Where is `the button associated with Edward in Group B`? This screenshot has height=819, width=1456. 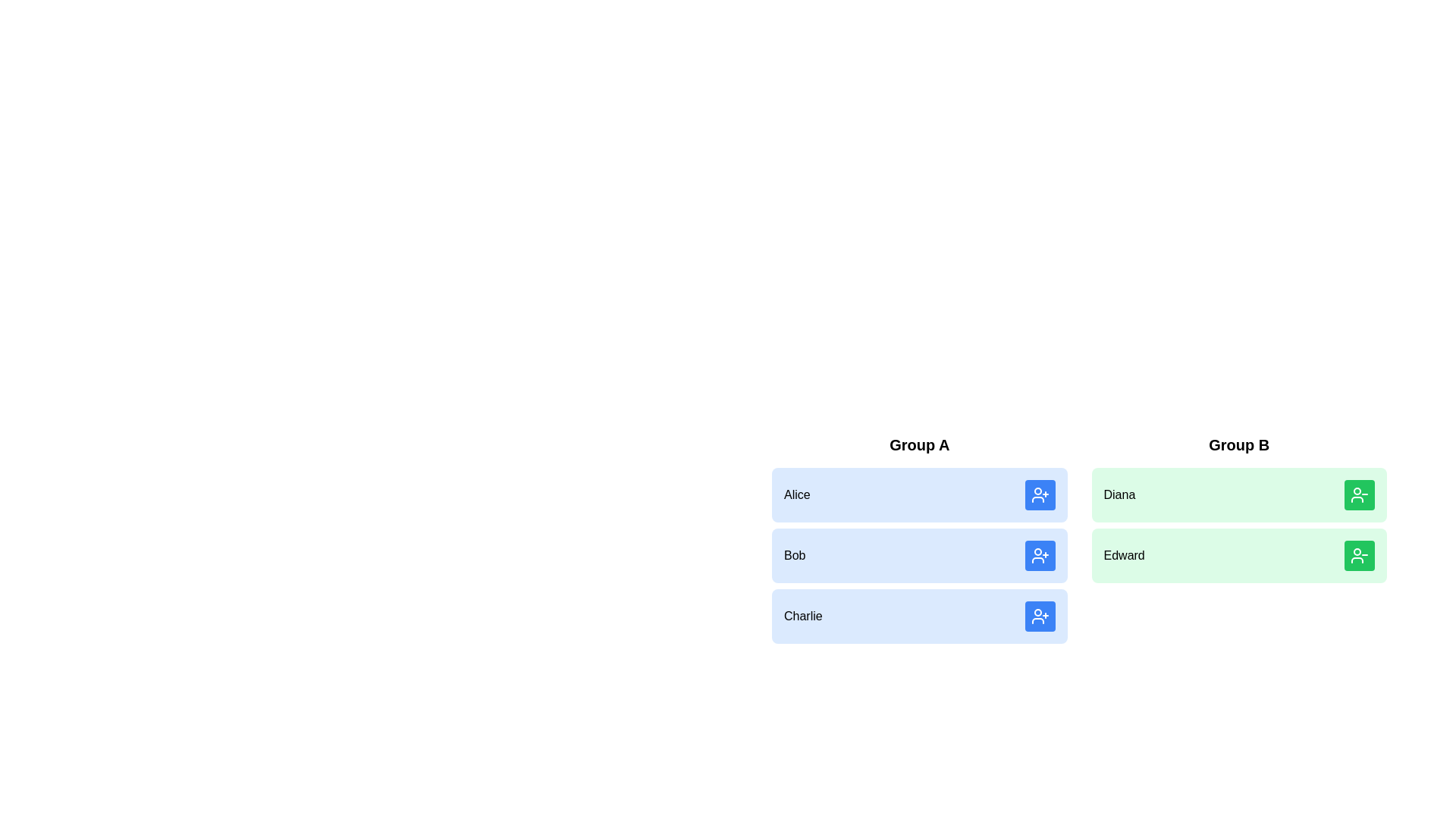 the button associated with Edward in Group B is located at coordinates (1360, 555).